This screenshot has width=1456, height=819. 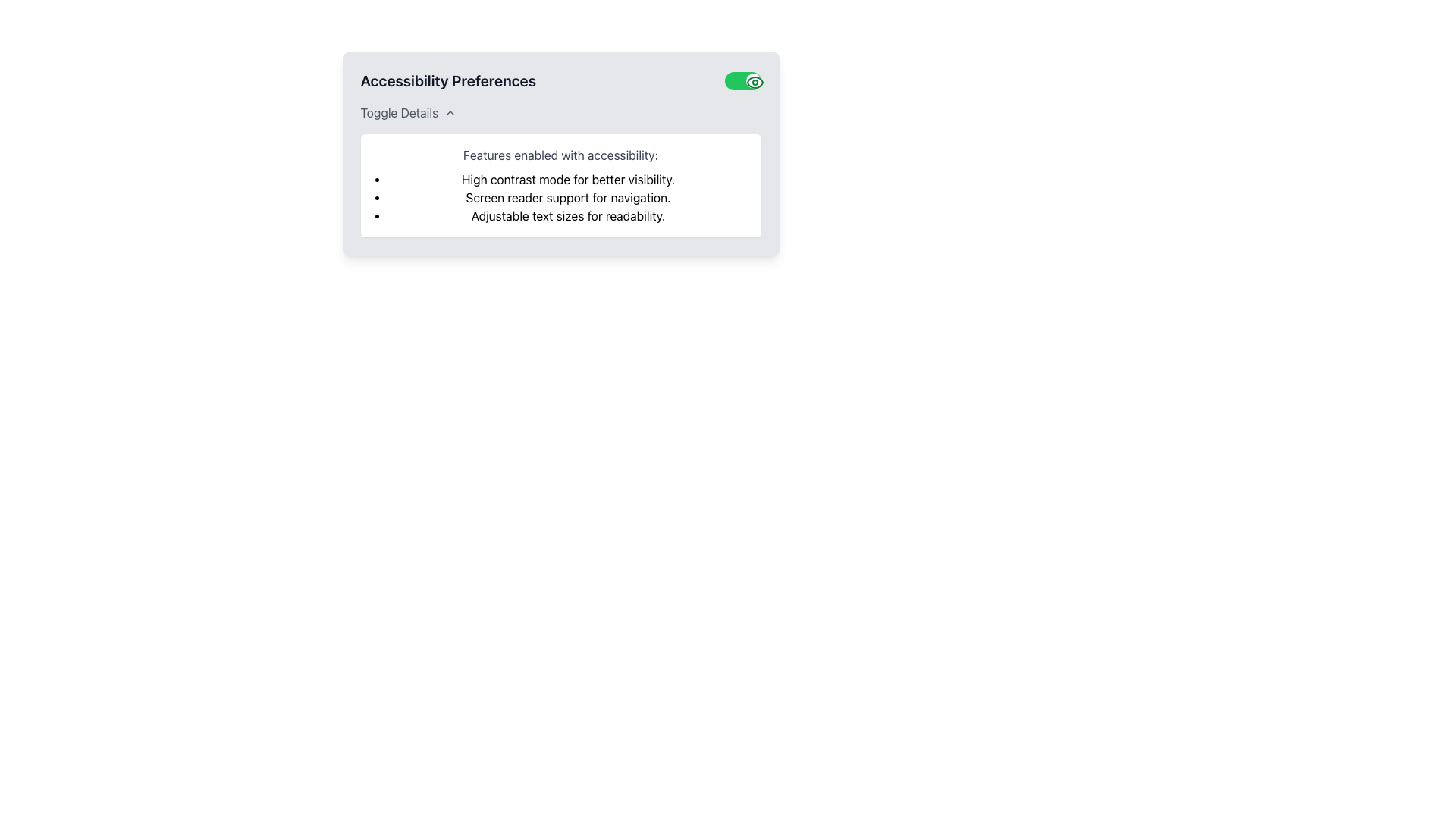 What do you see at coordinates (742, 81) in the screenshot?
I see `the active toggle switch with a green background and a white circular handle, located in the top-right corner of the 'Accessibility Preferences' section` at bounding box center [742, 81].